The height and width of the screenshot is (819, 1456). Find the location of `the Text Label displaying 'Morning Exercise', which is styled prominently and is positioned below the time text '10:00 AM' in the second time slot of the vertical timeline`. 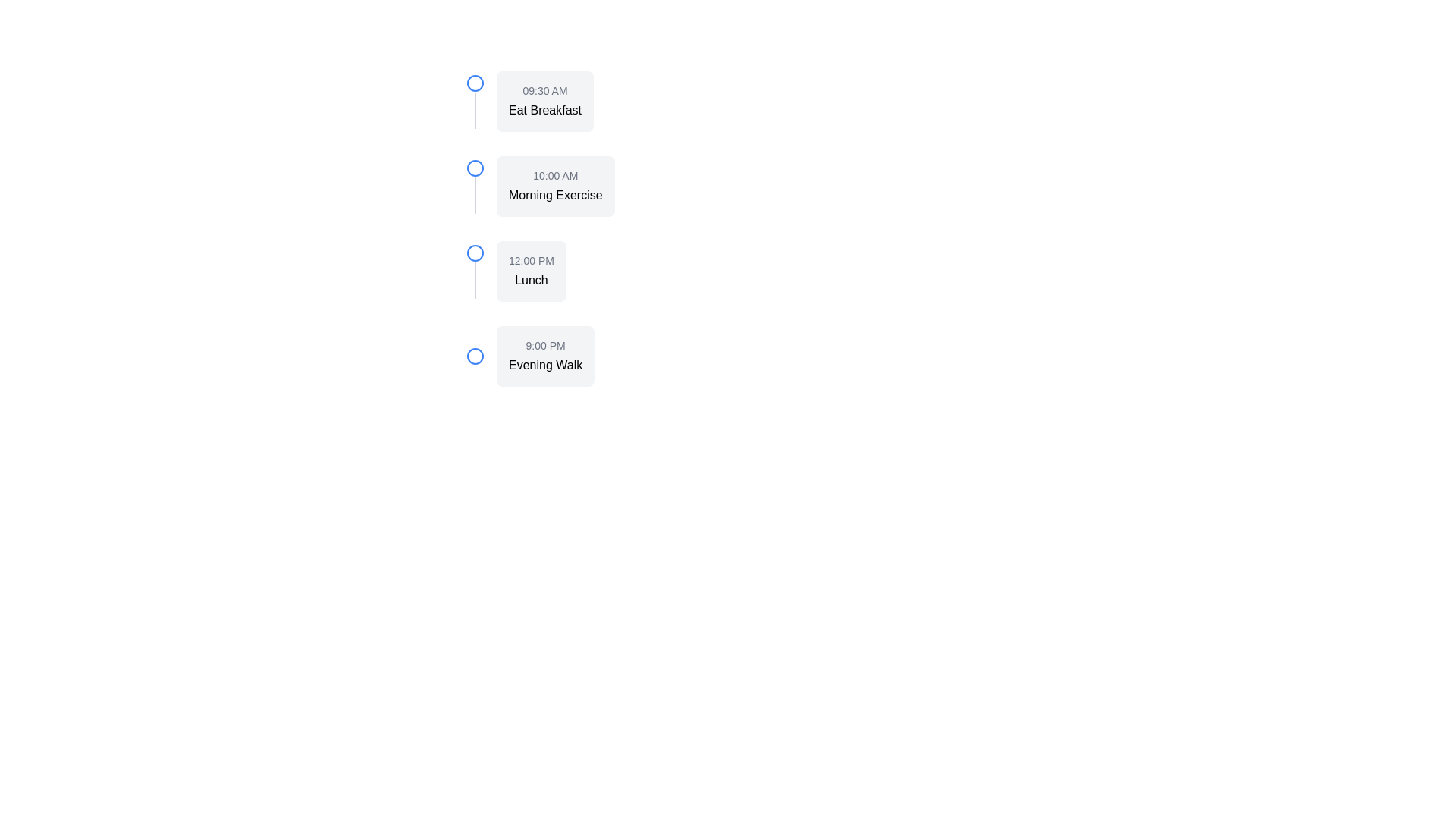

the Text Label displaying 'Morning Exercise', which is styled prominently and is positioned below the time text '10:00 AM' in the second time slot of the vertical timeline is located at coordinates (554, 195).